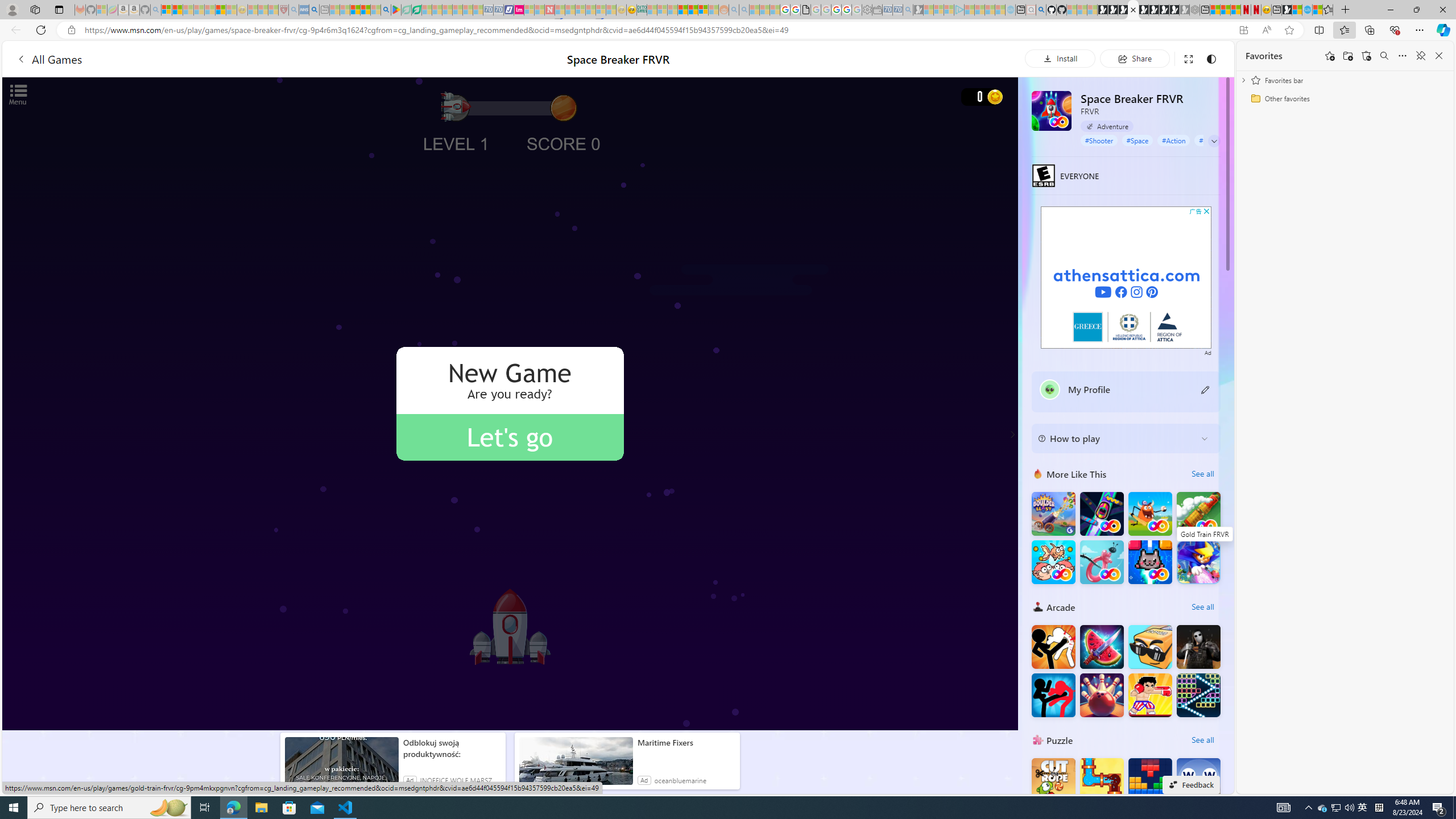  I want to click on 'Microsoft-Report a Concern to Bing - Sleeping', so click(102, 9).